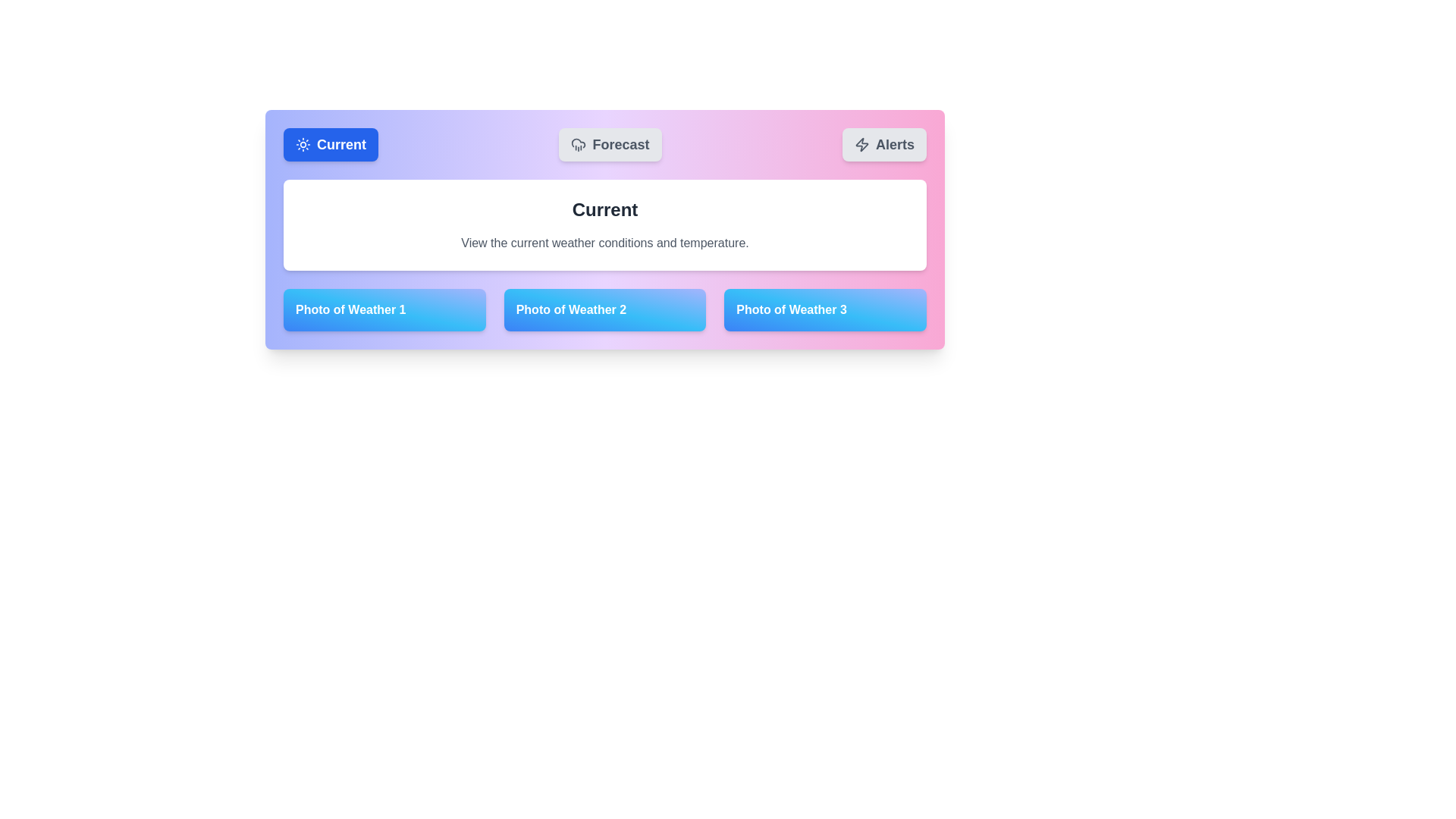 This screenshot has height=819, width=1456. Describe the element at coordinates (824, 309) in the screenshot. I see `the styled button labeled 'Photo of Weather 3' which is located in the rightmost position of a row of three buttons and has a gradient background with bold white text` at that location.